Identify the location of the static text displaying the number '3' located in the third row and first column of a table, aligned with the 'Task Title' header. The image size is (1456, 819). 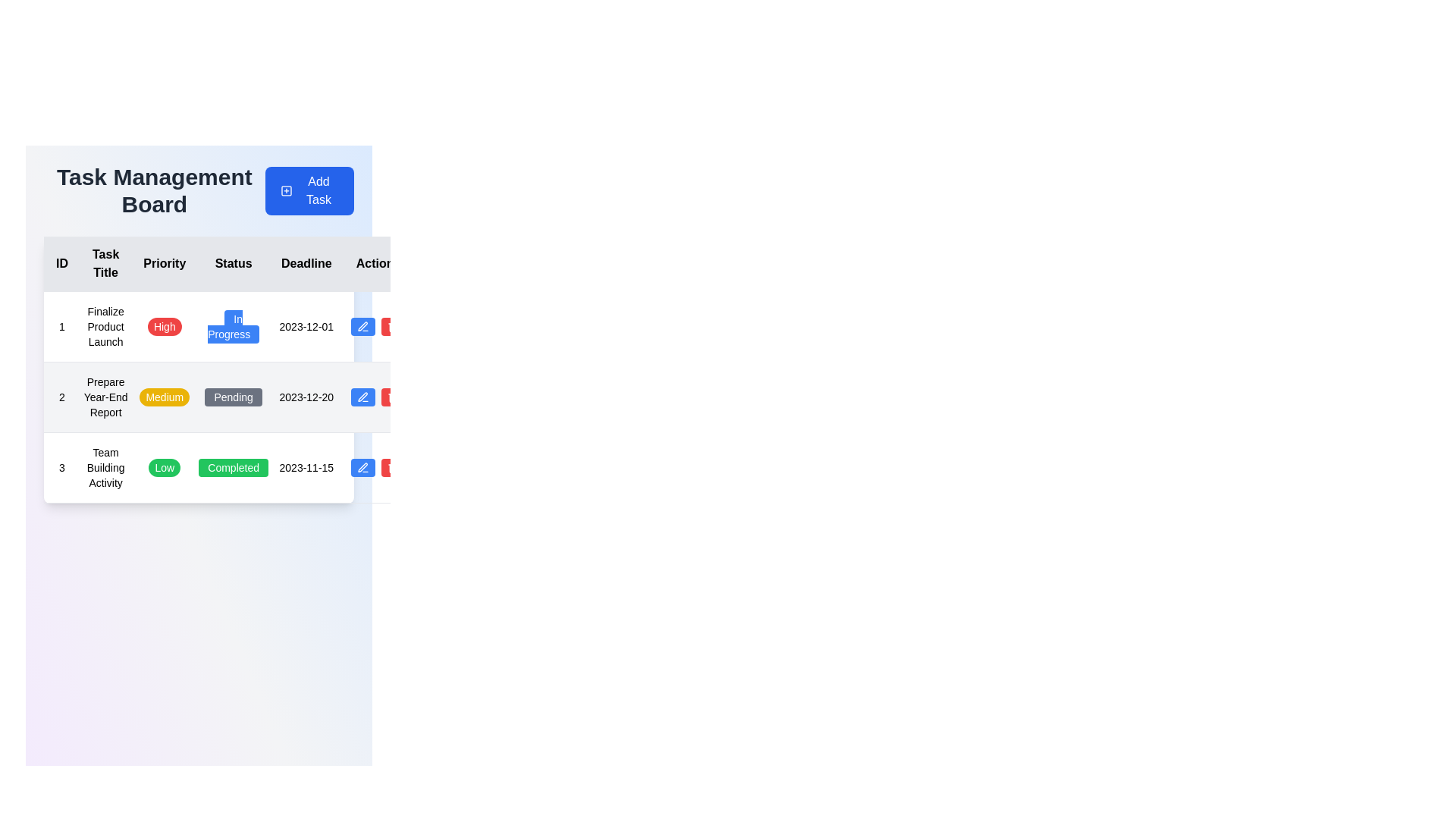
(61, 467).